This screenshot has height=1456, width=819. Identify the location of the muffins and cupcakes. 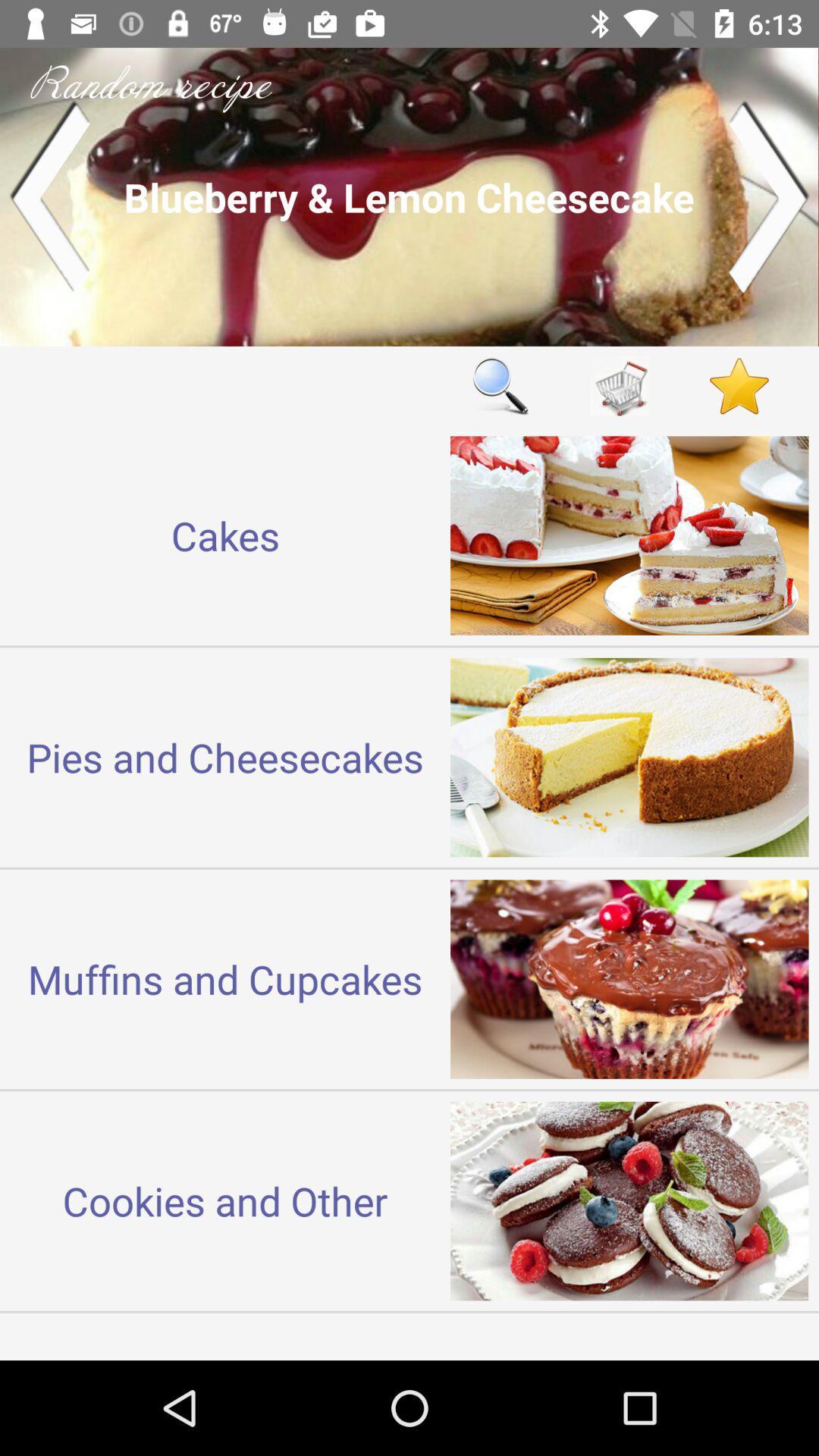
(225, 979).